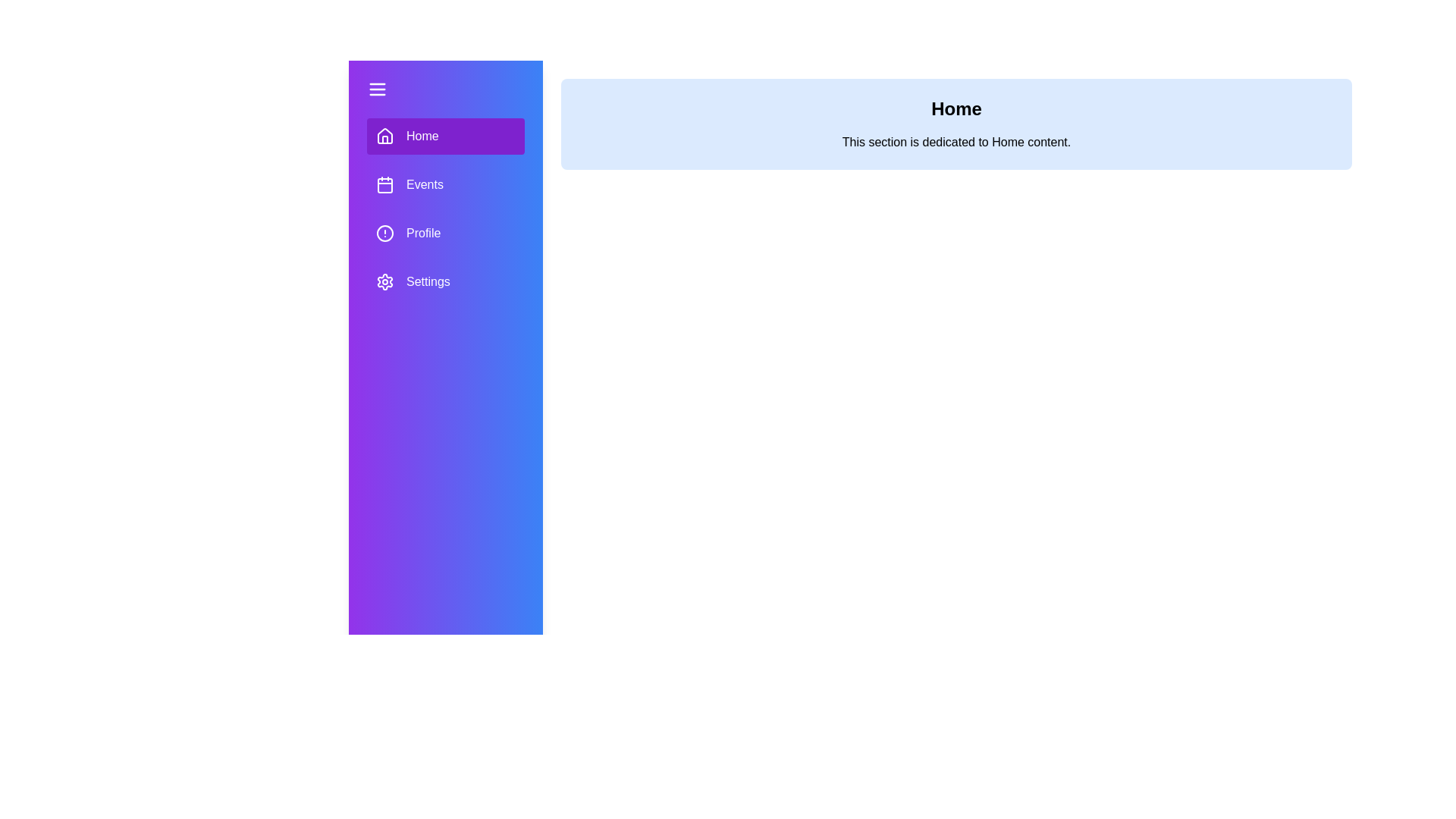 The image size is (1456, 819). Describe the element at coordinates (445, 209) in the screenshot. I see `the vertical menu item titled 'Events' in the sidebar, which is positioned under 'Home' and above 'Profile'` at that location.